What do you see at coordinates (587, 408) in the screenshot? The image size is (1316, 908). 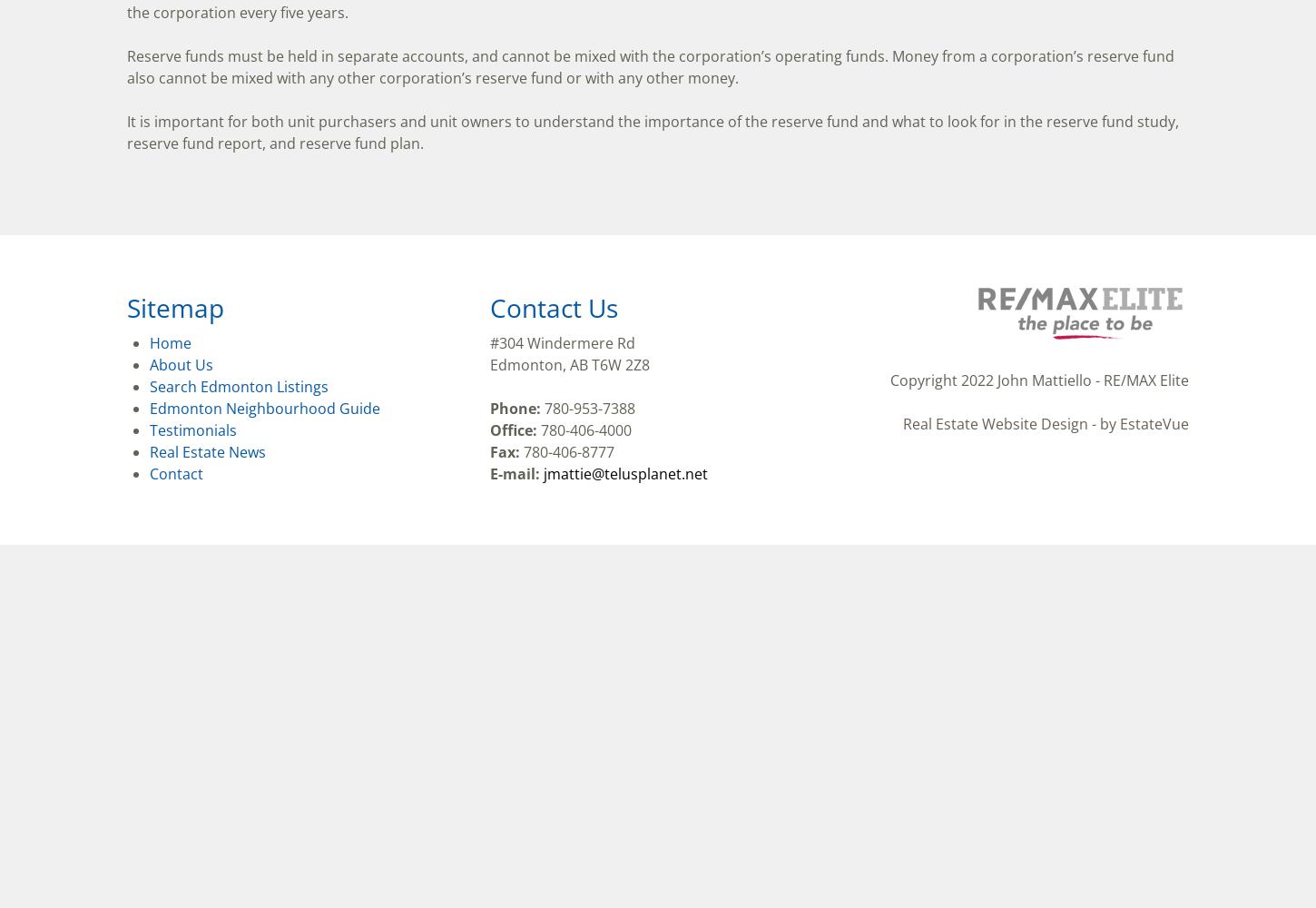 I see `'780-953-7388'` at bounding box center [587, 408].